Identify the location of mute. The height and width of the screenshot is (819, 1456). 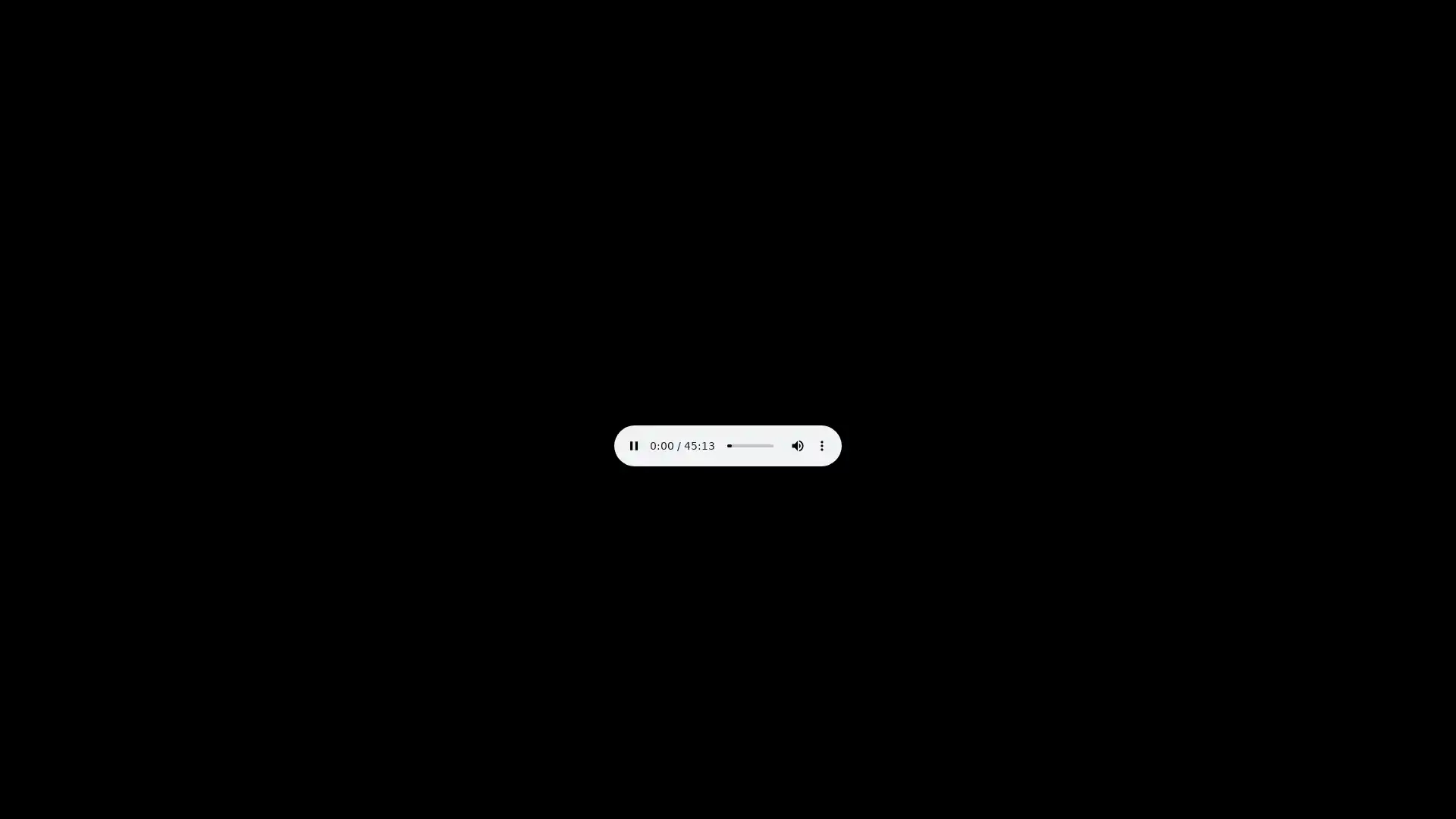
(796, 444).